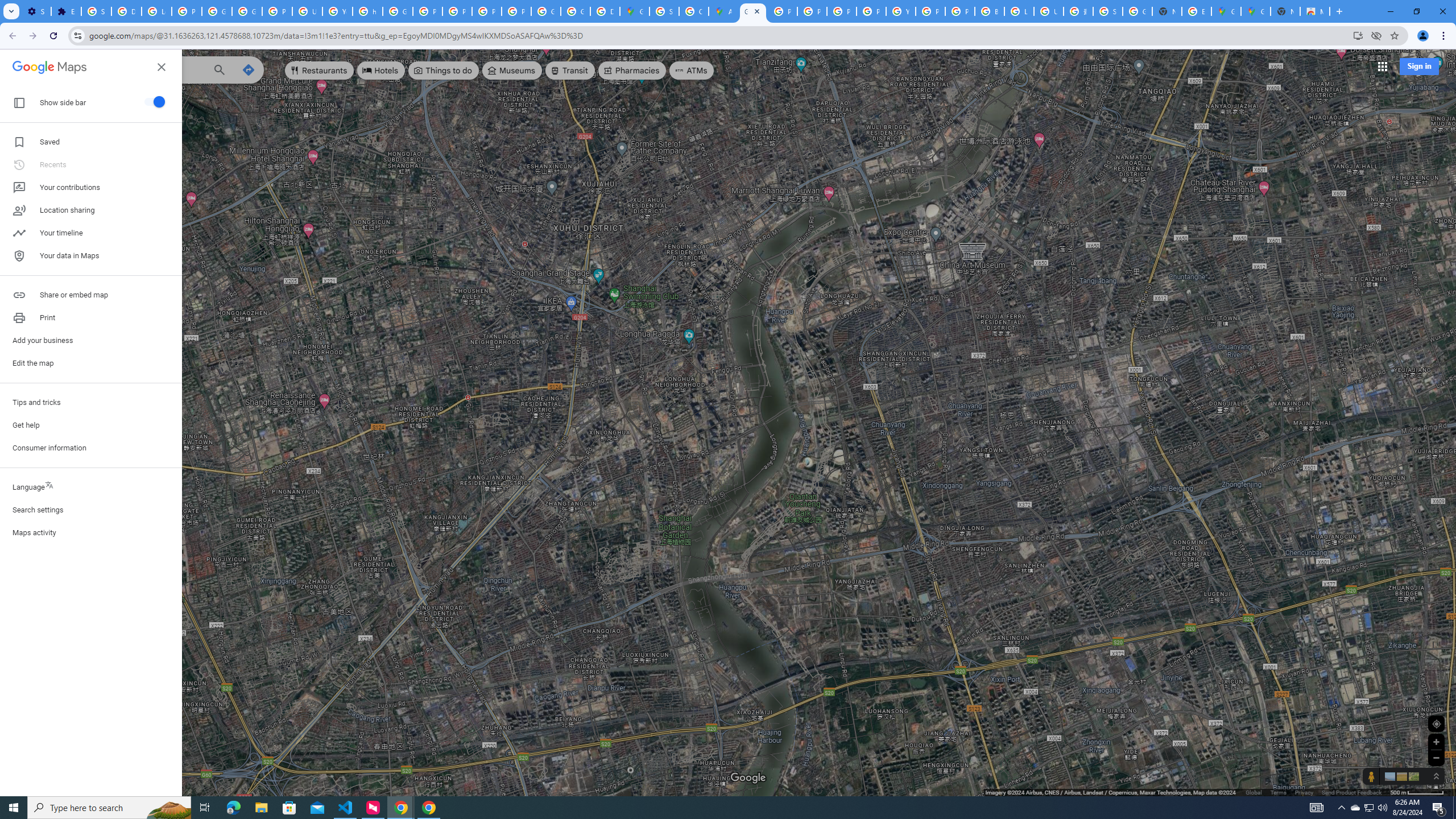  What do you see at coordinates (1436, 741) in the screenshot?
I see `'Zoom in'` at bounding box center [1436, 741].